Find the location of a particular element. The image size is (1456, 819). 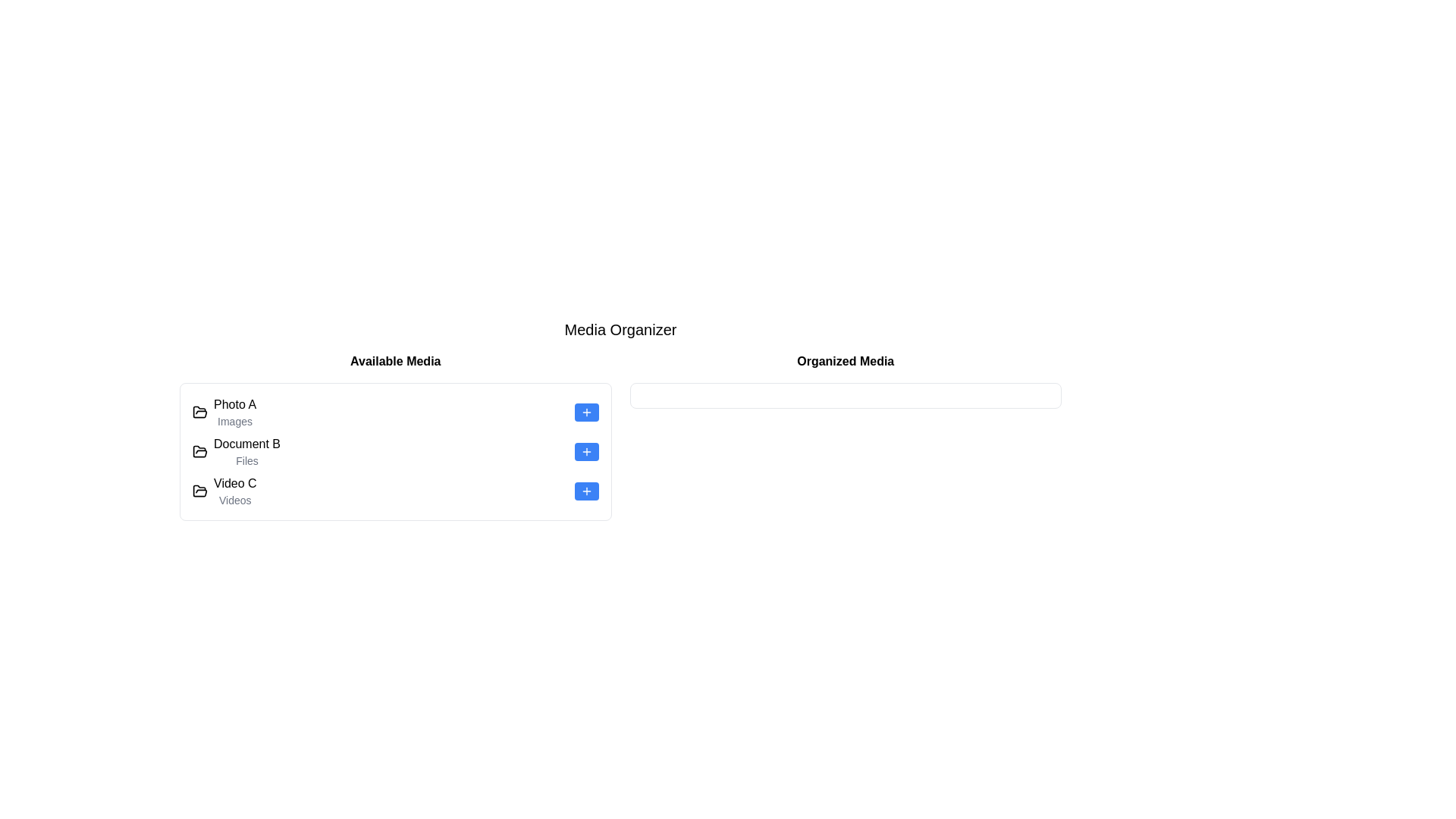

the button located directly to the right of the 'Document B' label in the 'Available Media' column, which is the second blue button from the top is located at coordinates (585, 451).